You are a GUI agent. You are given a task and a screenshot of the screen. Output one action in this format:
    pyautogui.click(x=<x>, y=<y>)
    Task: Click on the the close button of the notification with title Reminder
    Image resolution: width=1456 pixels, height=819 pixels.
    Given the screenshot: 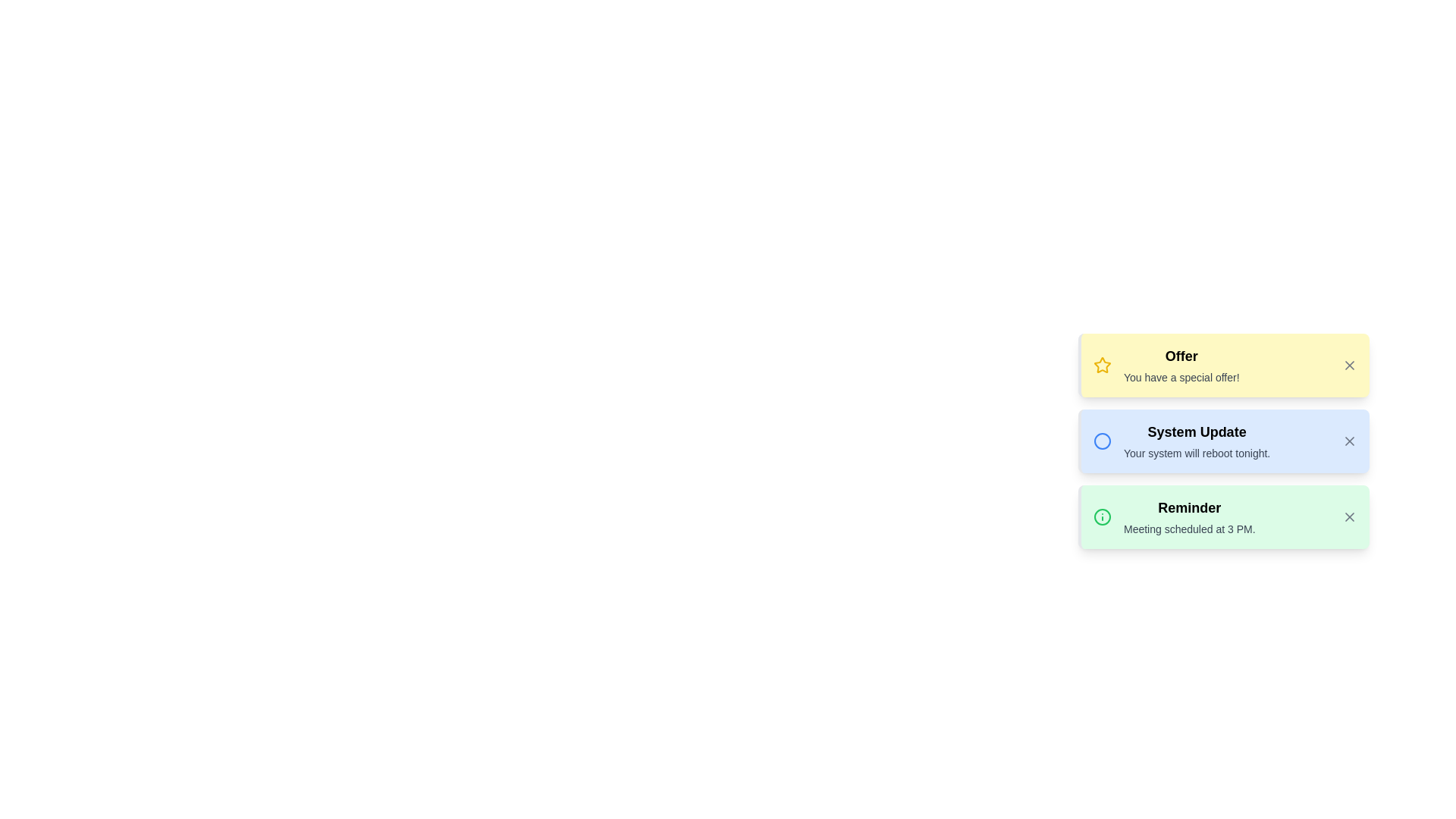 What is the action you would take?
    pyautogui.click(x=1350, y=516)
    